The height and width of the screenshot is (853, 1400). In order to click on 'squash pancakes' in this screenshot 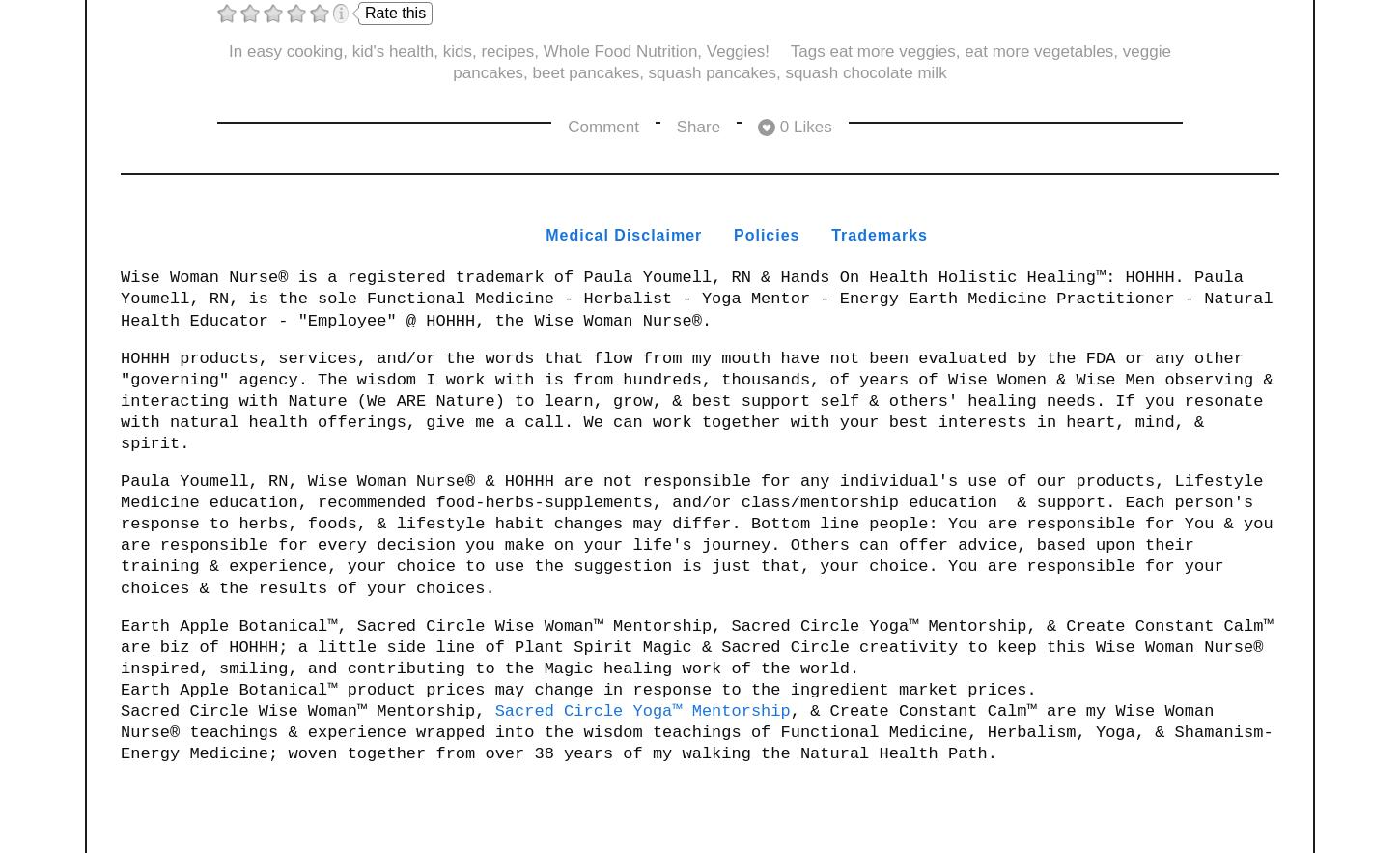, I will do `click(712, 71)`.